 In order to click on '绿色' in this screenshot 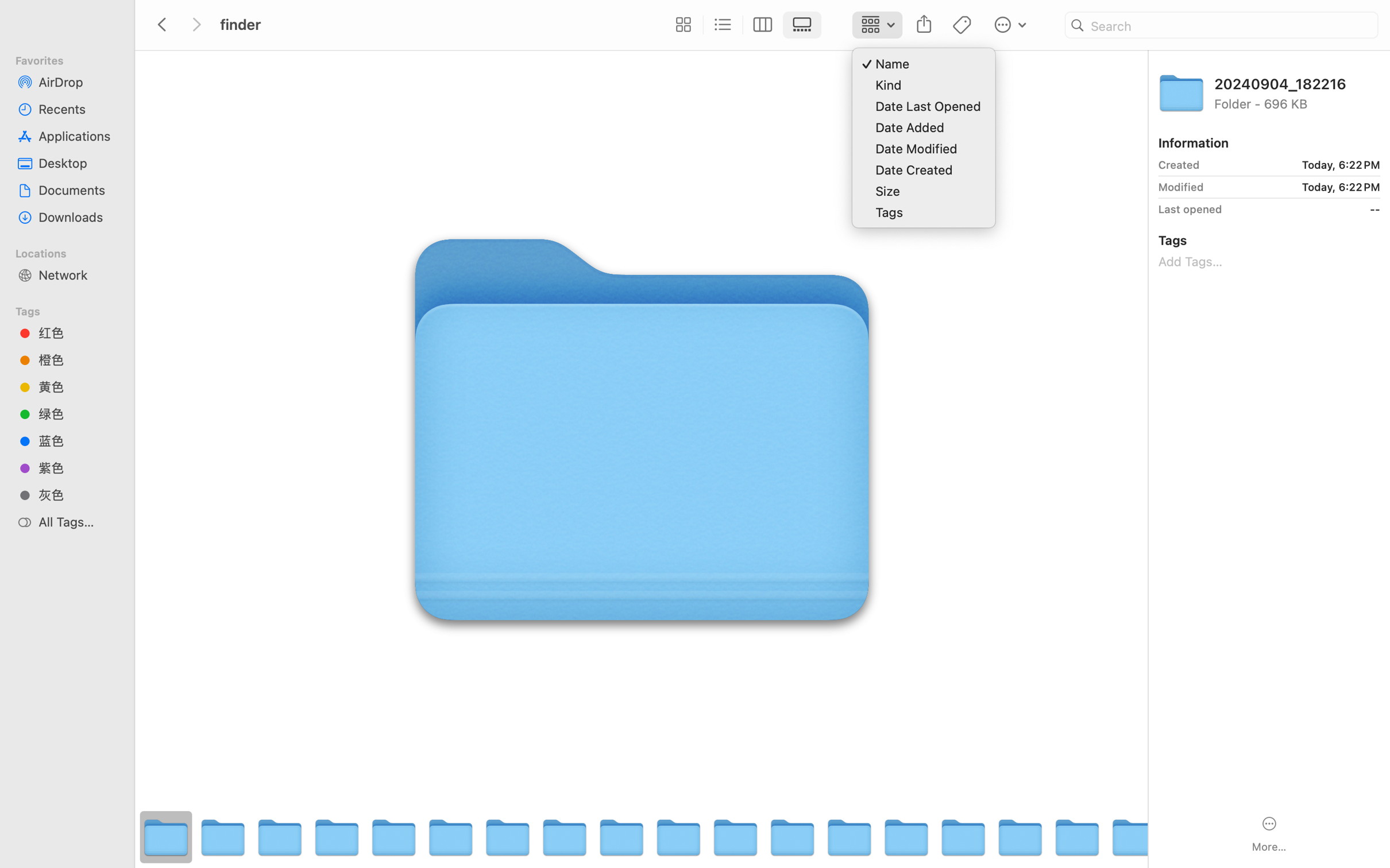, I will do `click(77, 414)`.